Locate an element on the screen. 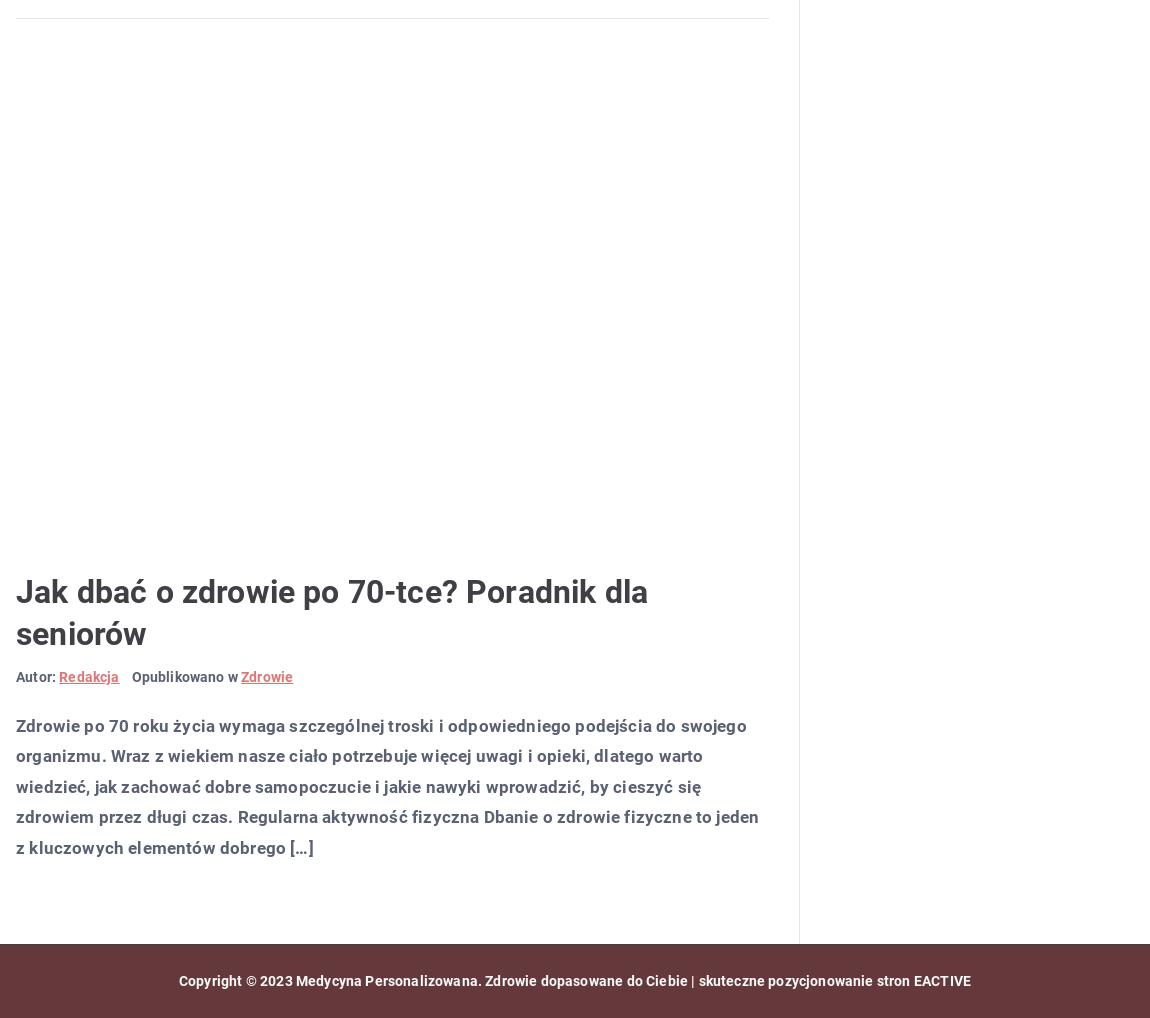 Image resolution: width=1150 pixels, height=1018 pixels. 'Opublikowano w' is located at coordinates (184, 676).